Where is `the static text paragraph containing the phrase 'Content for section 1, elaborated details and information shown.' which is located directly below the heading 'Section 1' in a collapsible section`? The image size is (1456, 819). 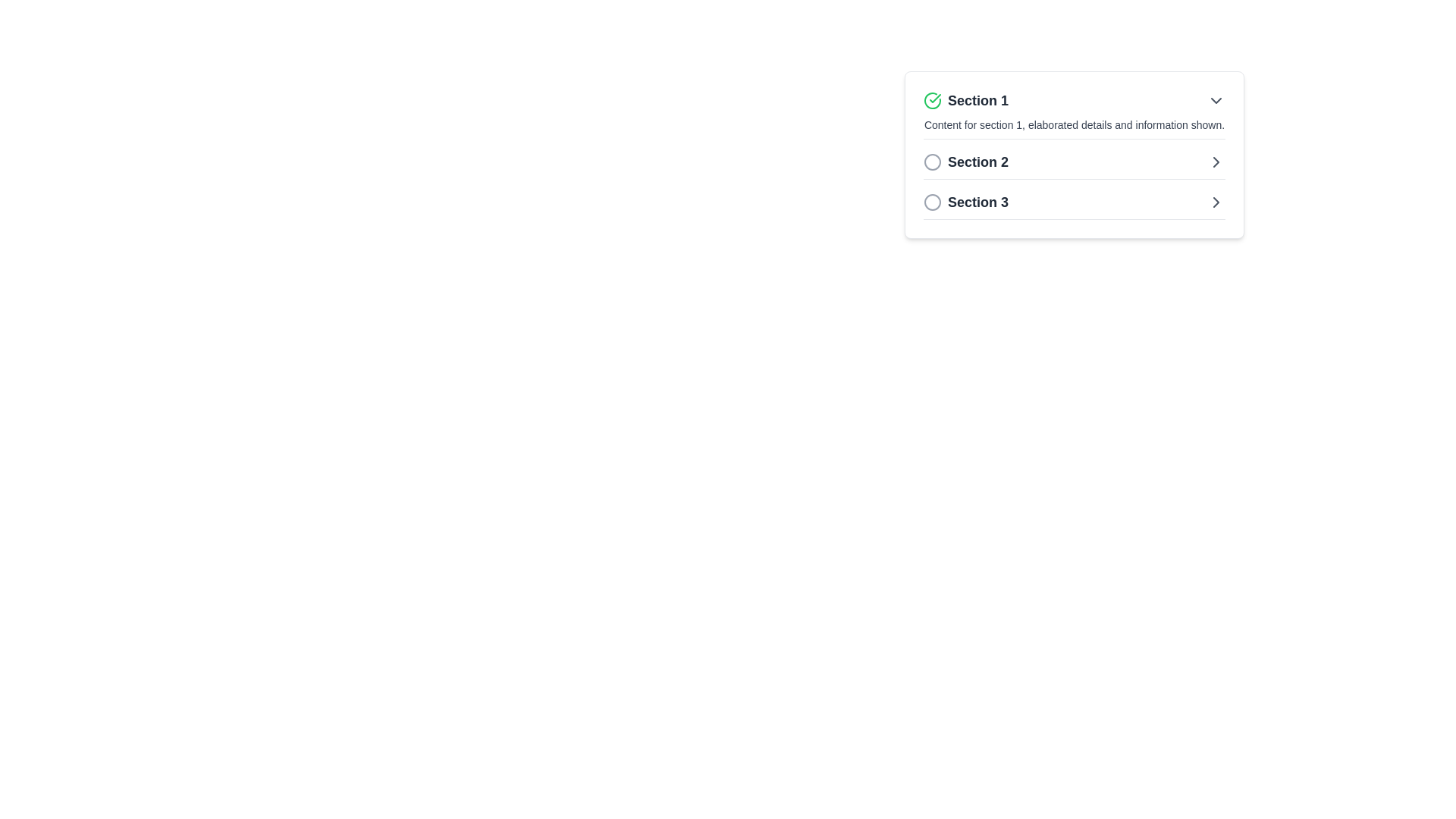
the static text paragraph containing the phrase 'Content for section 1, elaborated details and information shown.' which is located directly below the heading 'Section 1' in a collapsible section is located at coordinates (1073, 124).